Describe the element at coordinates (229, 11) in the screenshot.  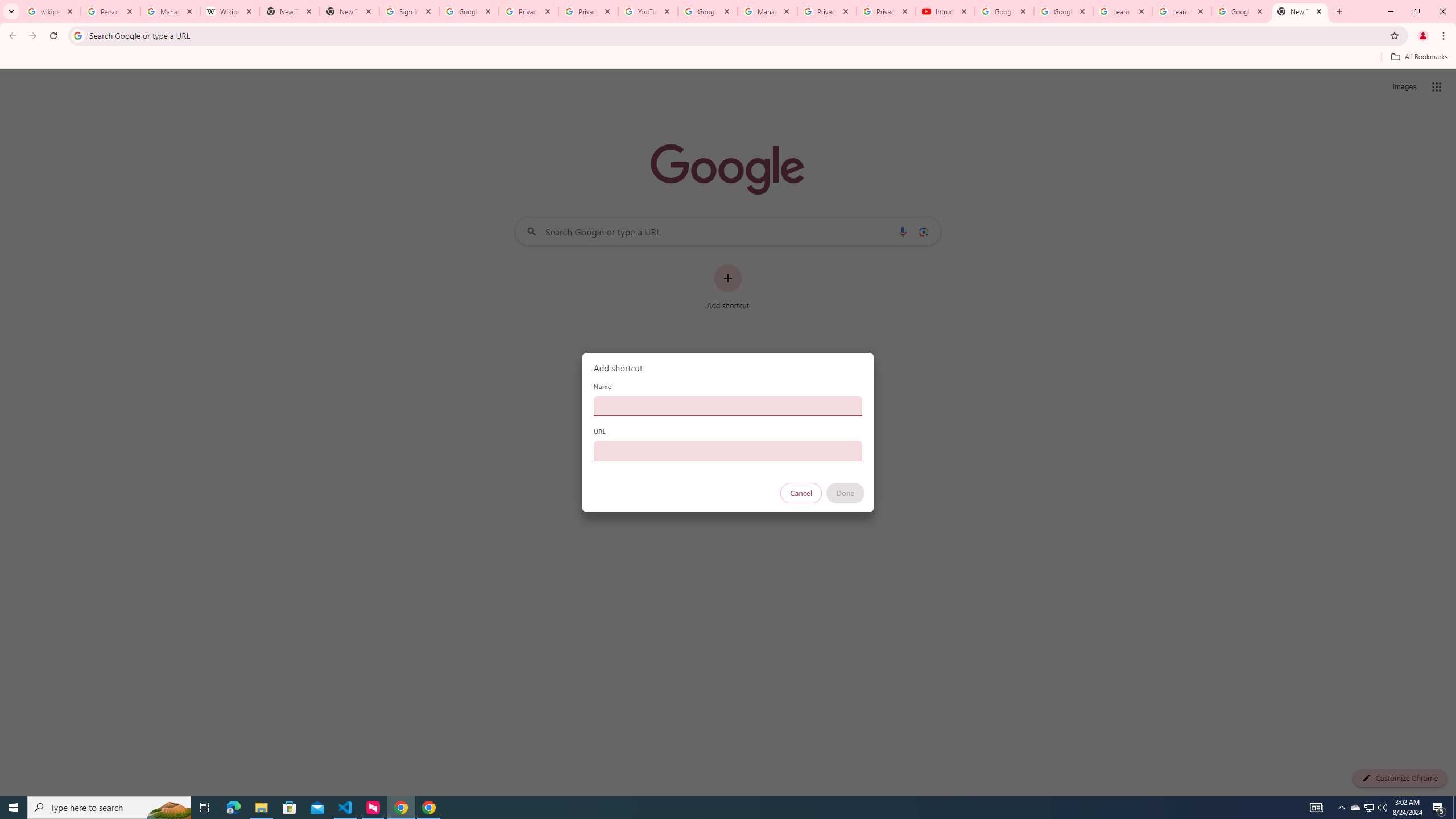
I see `'Wikipedia:Edit requests - Wikipedia'` at that location.